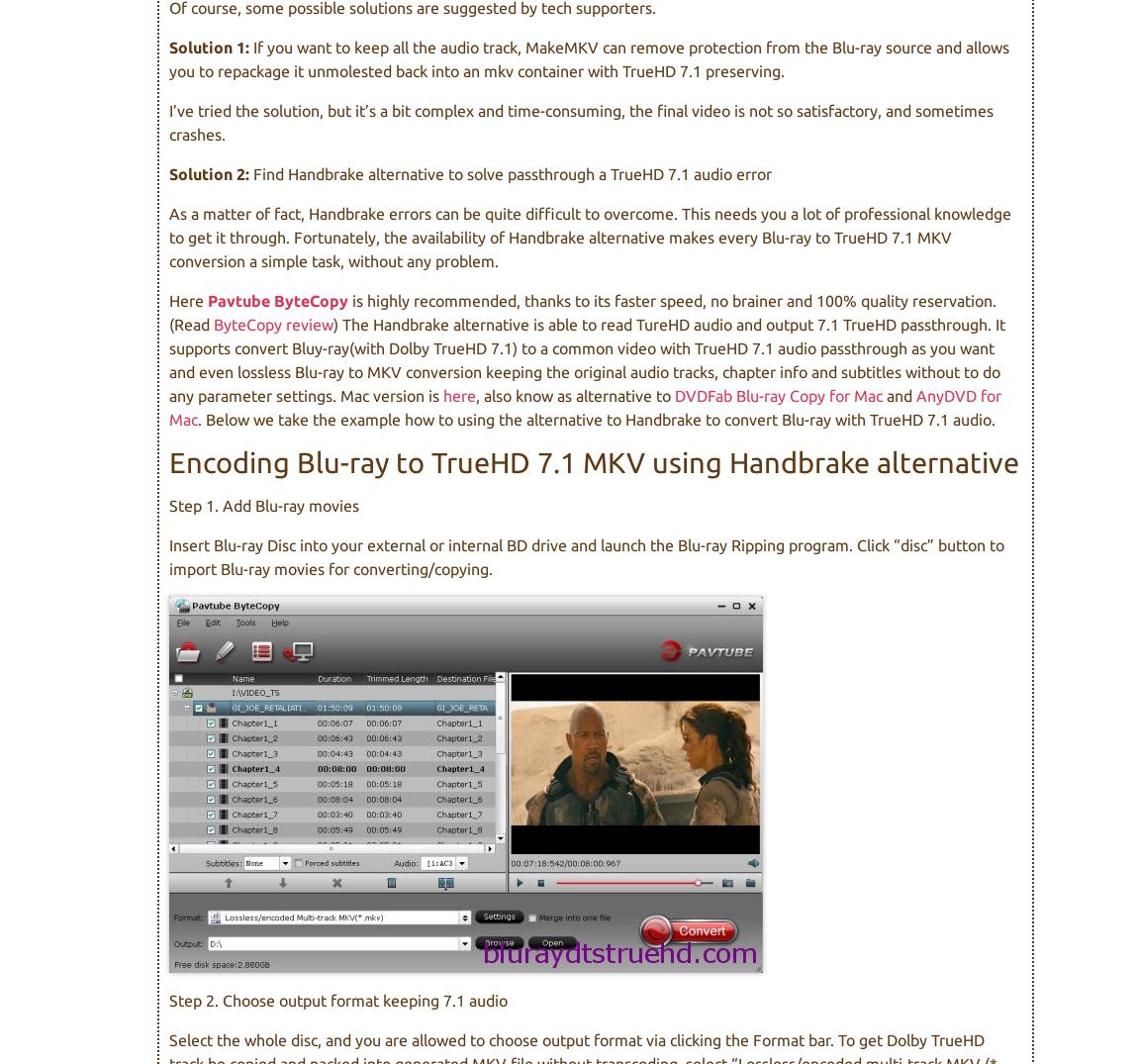 The height and width of the screenshot is (1064, 1138). What do you see at coordinates (168, 58) in the screenshot?
I see `'If you want to keep all the audio track, MakeMKV can remove protection from the Blu-ray source and allows you to repackage it unmolested back into an mkv container with TrueHD 7.1 preserving.'` at bounding box center [168, 58].